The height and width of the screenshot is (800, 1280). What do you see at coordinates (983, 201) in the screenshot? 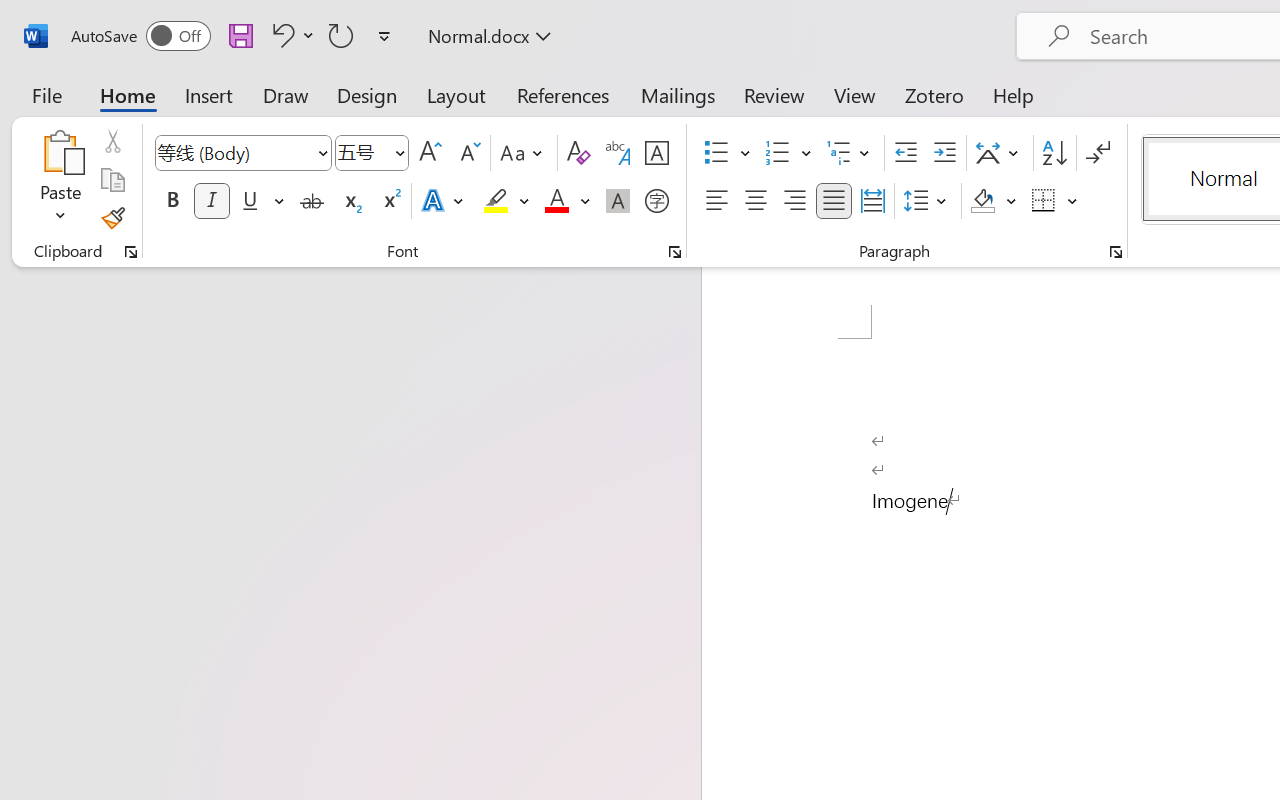
I see `'Shading RGB(0, 0, 0)'` at bounding box center [983, 201].